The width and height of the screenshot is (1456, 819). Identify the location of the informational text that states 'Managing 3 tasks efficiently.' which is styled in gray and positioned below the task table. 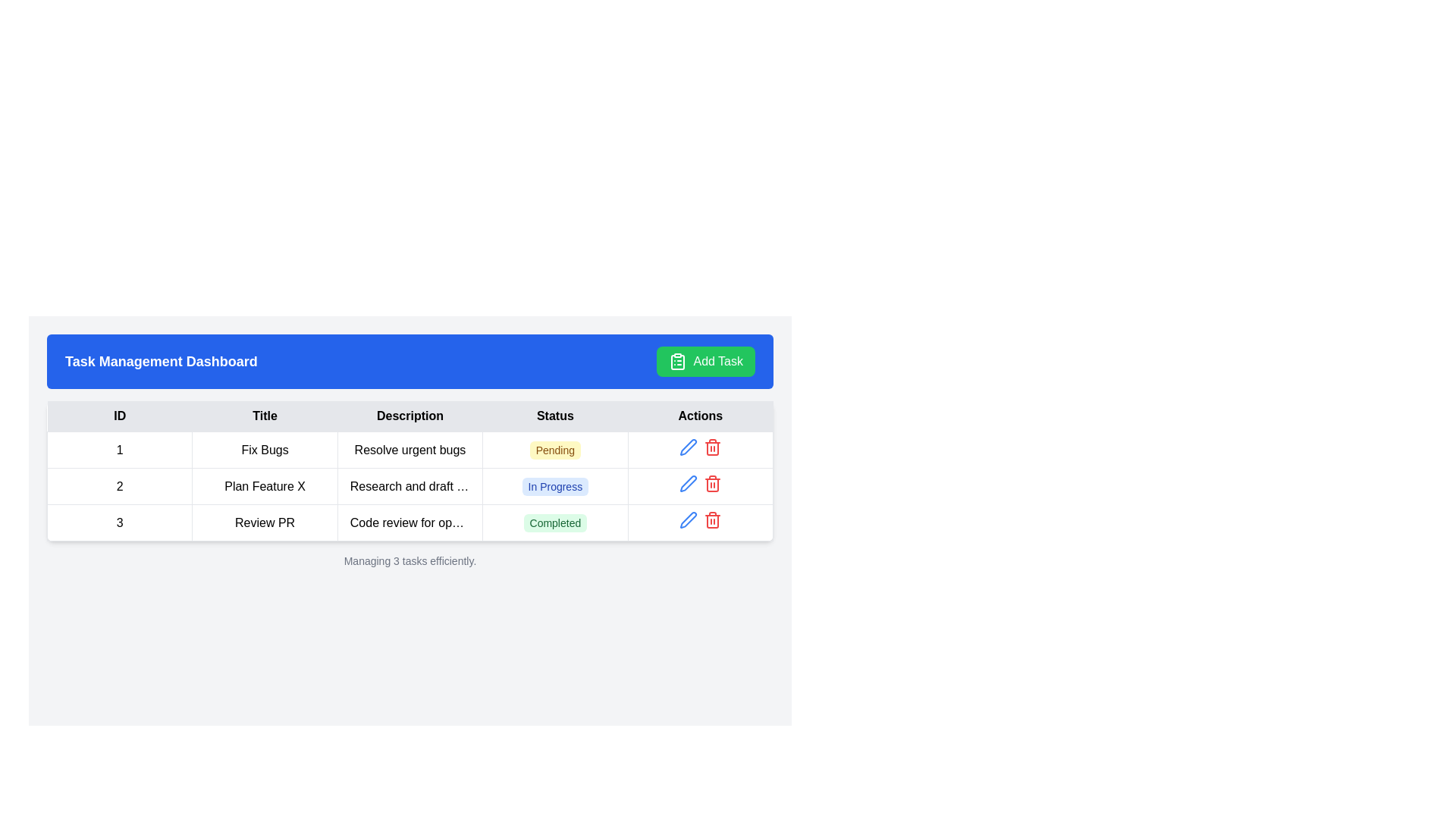
(410, 561).